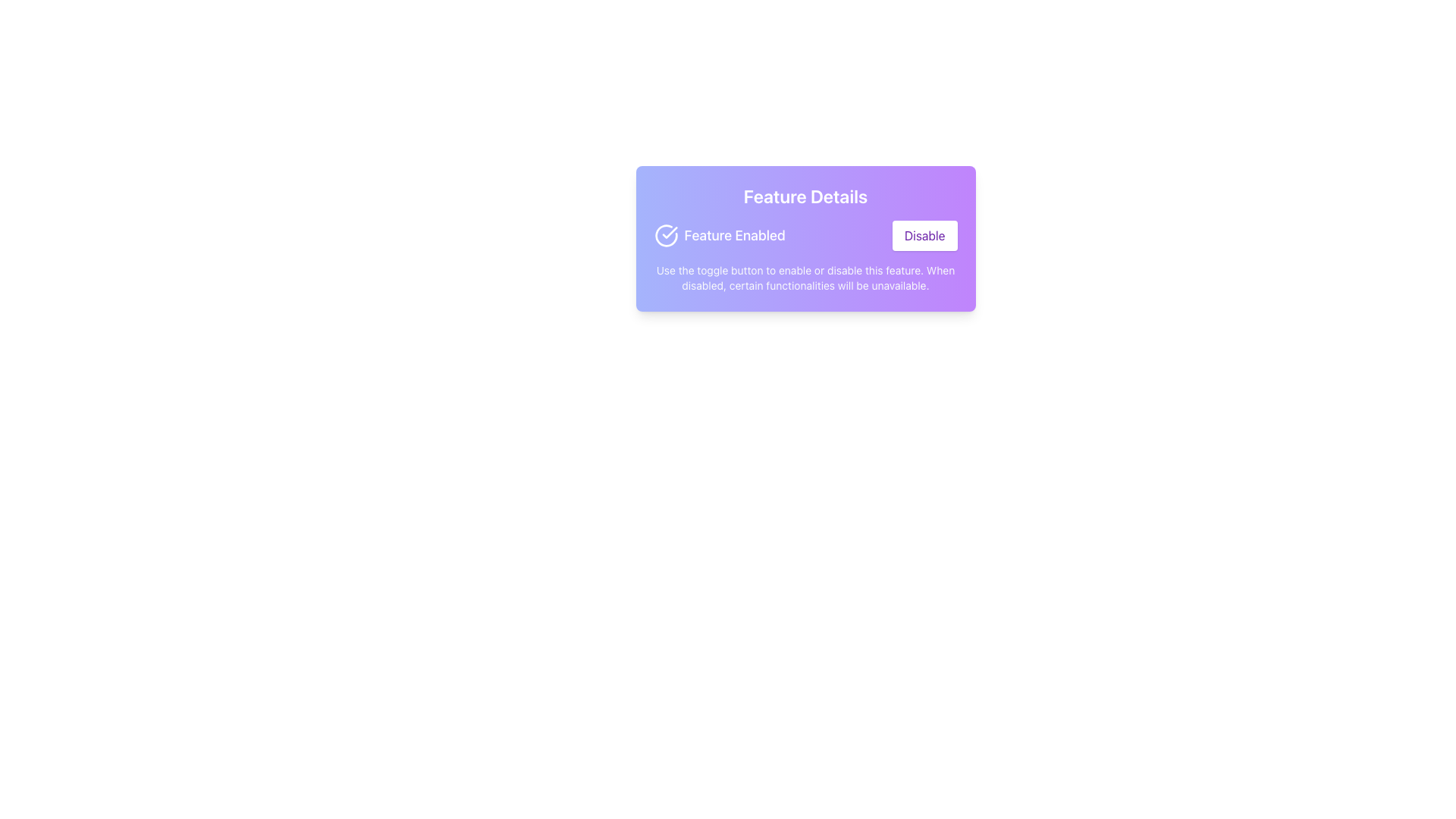 Image resolution: width=1456 pixels, height=819 pixels. Describe the element at coordinates (805, 239) in the screenshot. I see `circular icon representing the 'Feature Enabled' status in the composite card element labeled 'Feature Details'` at that location.